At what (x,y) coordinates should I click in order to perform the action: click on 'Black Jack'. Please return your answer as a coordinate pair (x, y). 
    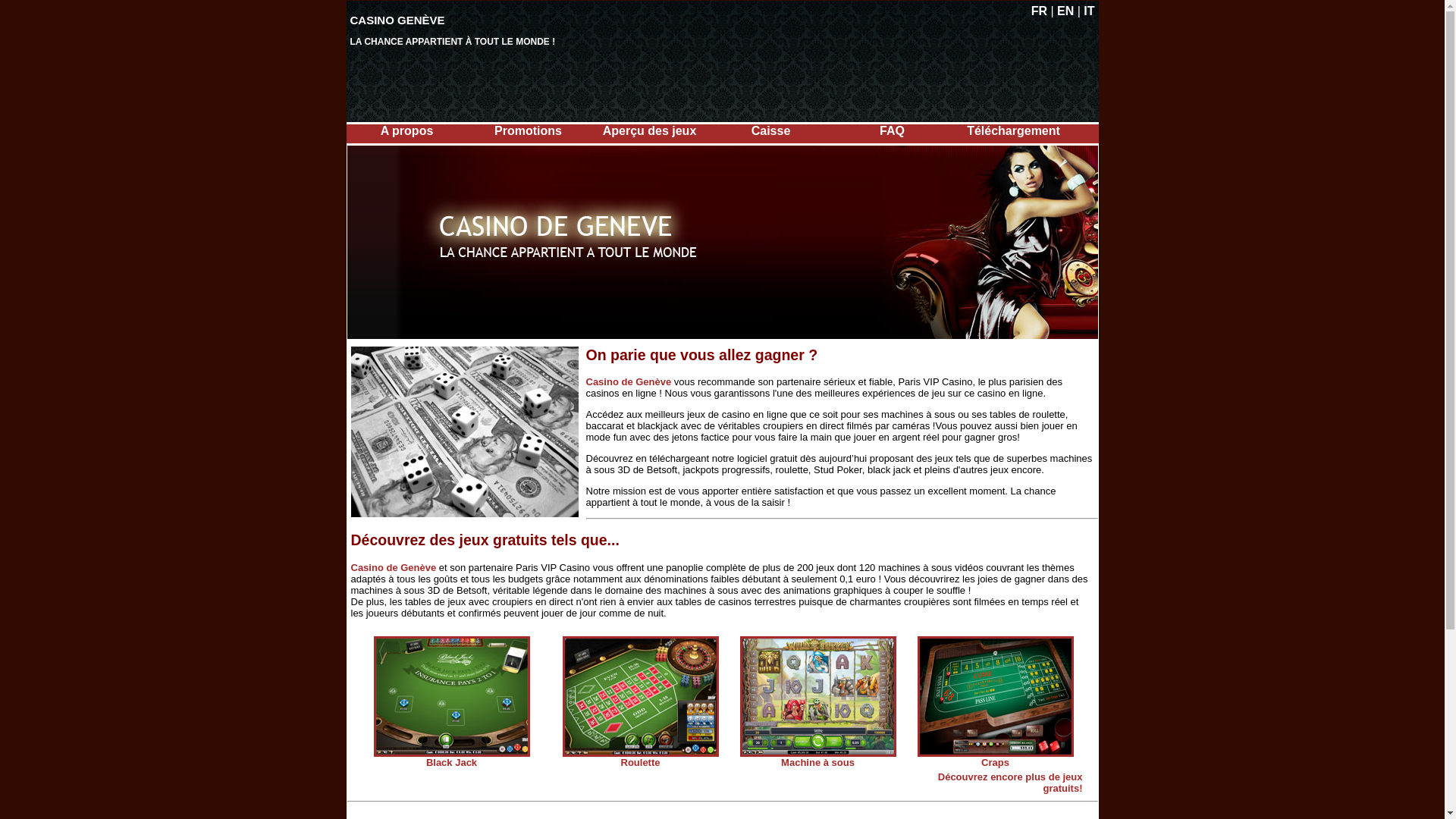
    Looking at the image, I should click on (450, 762).